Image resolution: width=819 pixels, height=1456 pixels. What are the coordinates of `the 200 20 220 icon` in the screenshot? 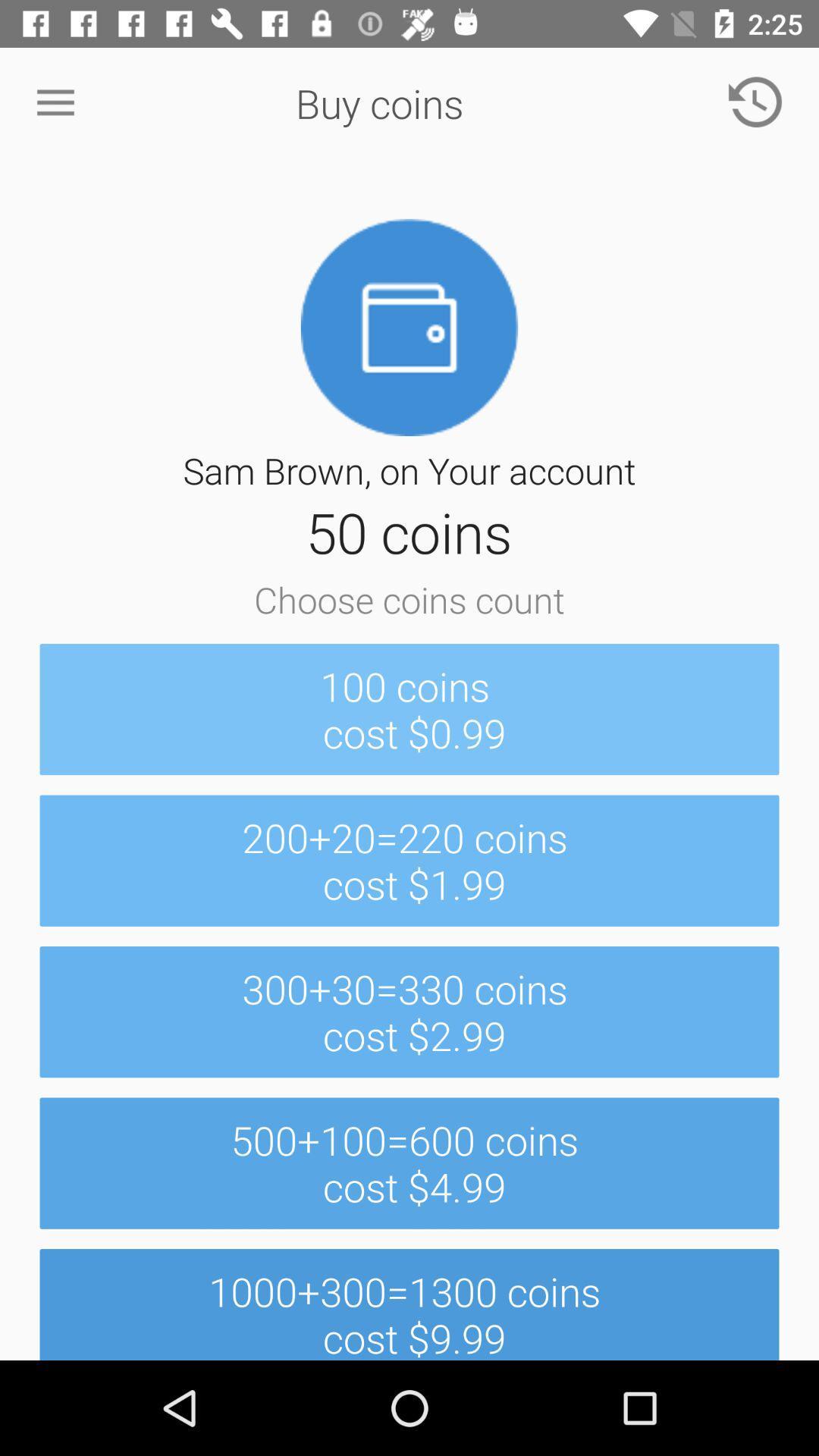 It's located at (409, 861).